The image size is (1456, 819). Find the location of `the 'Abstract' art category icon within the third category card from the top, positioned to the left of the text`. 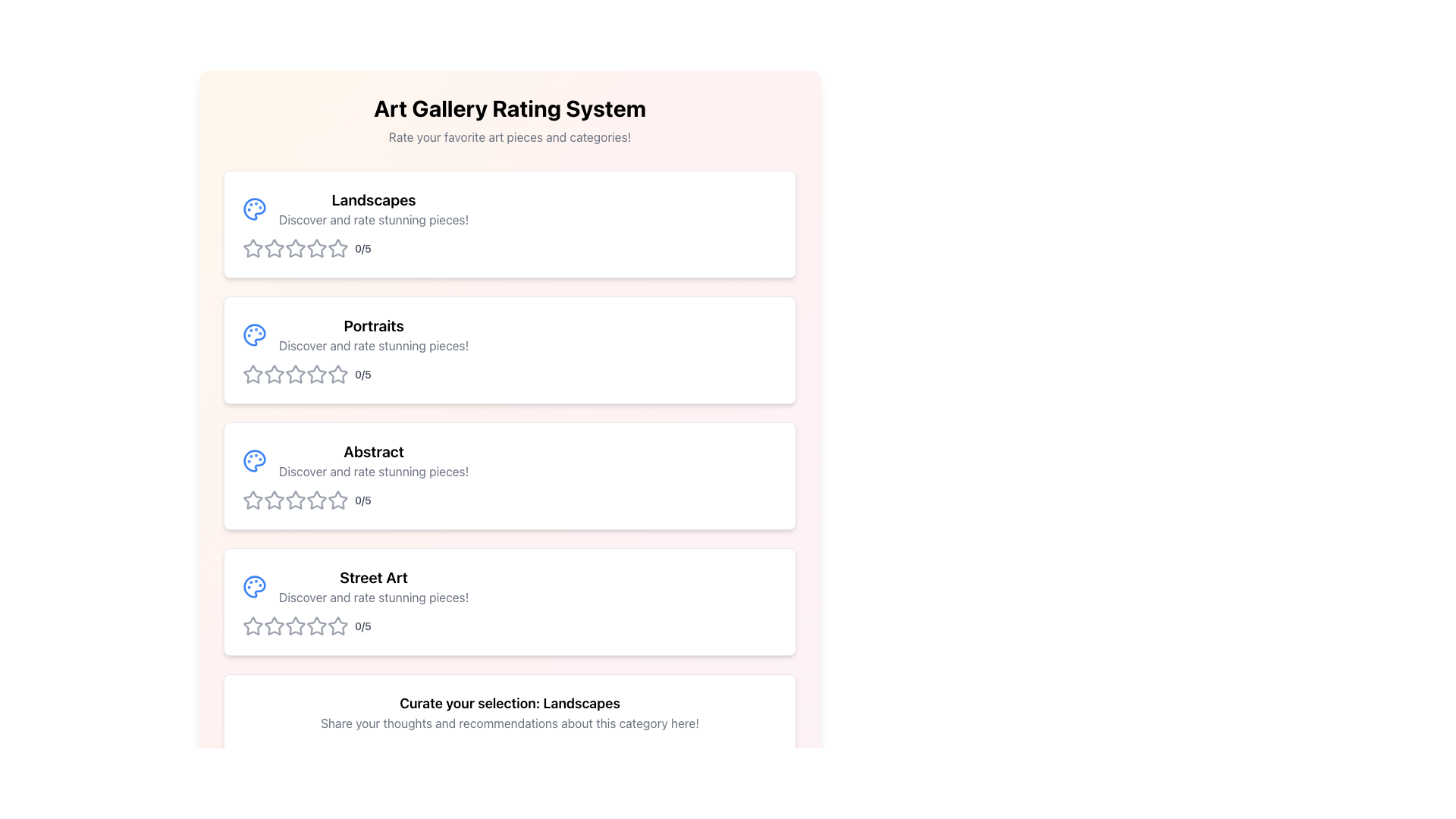

the 'Abstract' art category icon within the third category card from the top, positioned to the left of the text is located at coordinates (255, 460).